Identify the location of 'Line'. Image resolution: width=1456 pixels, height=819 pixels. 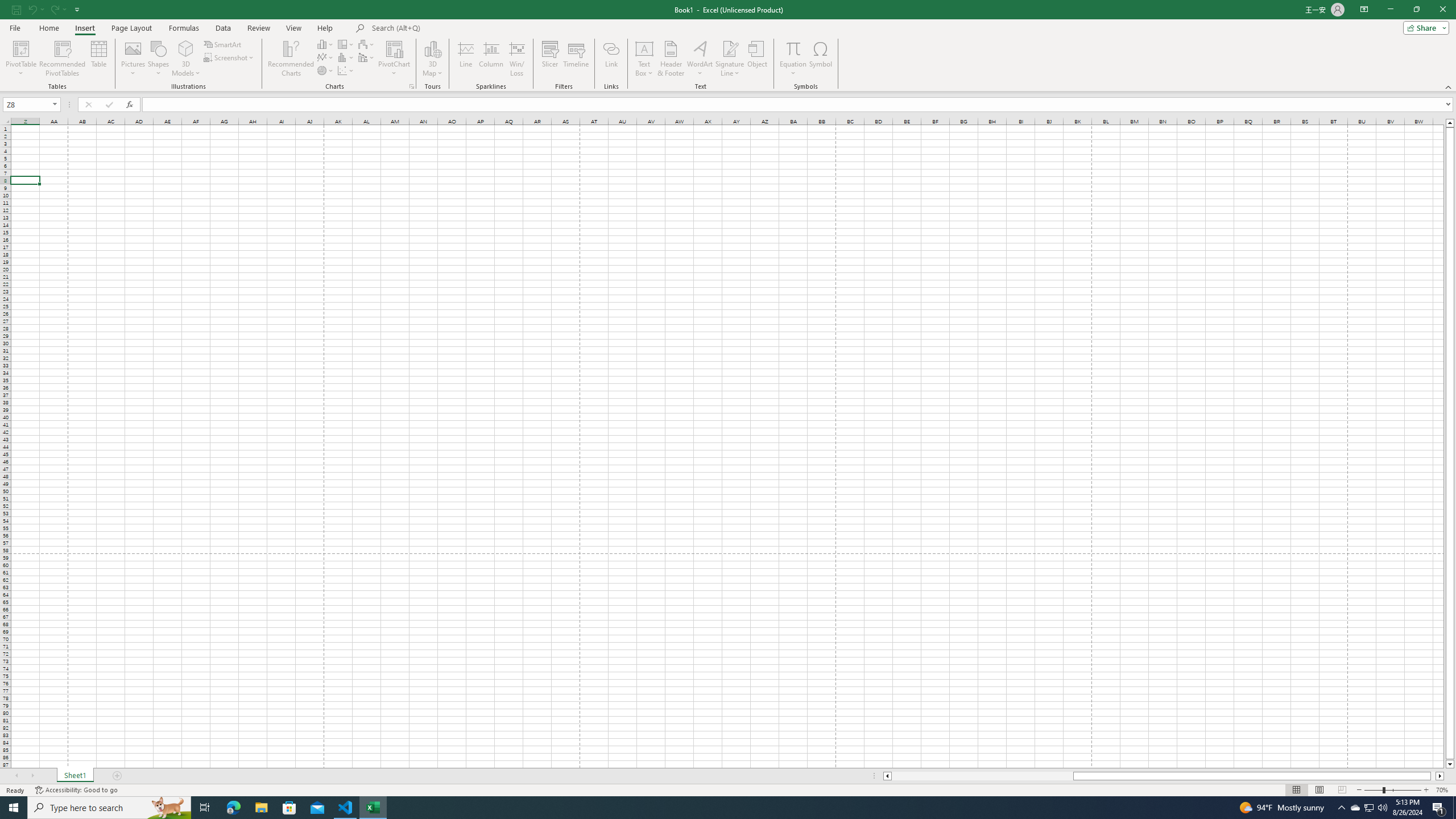
(466, 59).